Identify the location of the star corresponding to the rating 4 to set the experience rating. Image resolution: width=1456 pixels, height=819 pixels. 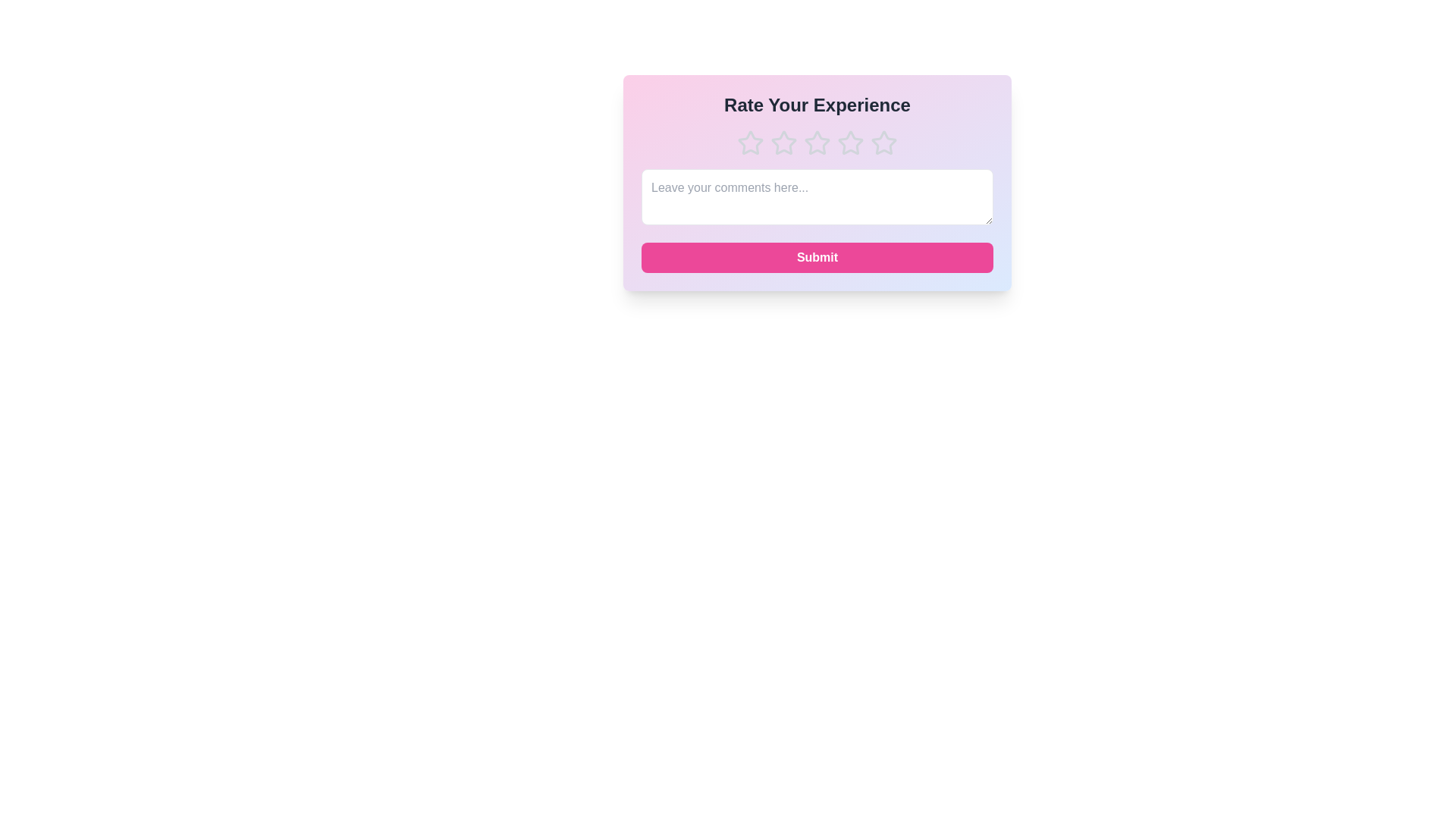
(851, 143).